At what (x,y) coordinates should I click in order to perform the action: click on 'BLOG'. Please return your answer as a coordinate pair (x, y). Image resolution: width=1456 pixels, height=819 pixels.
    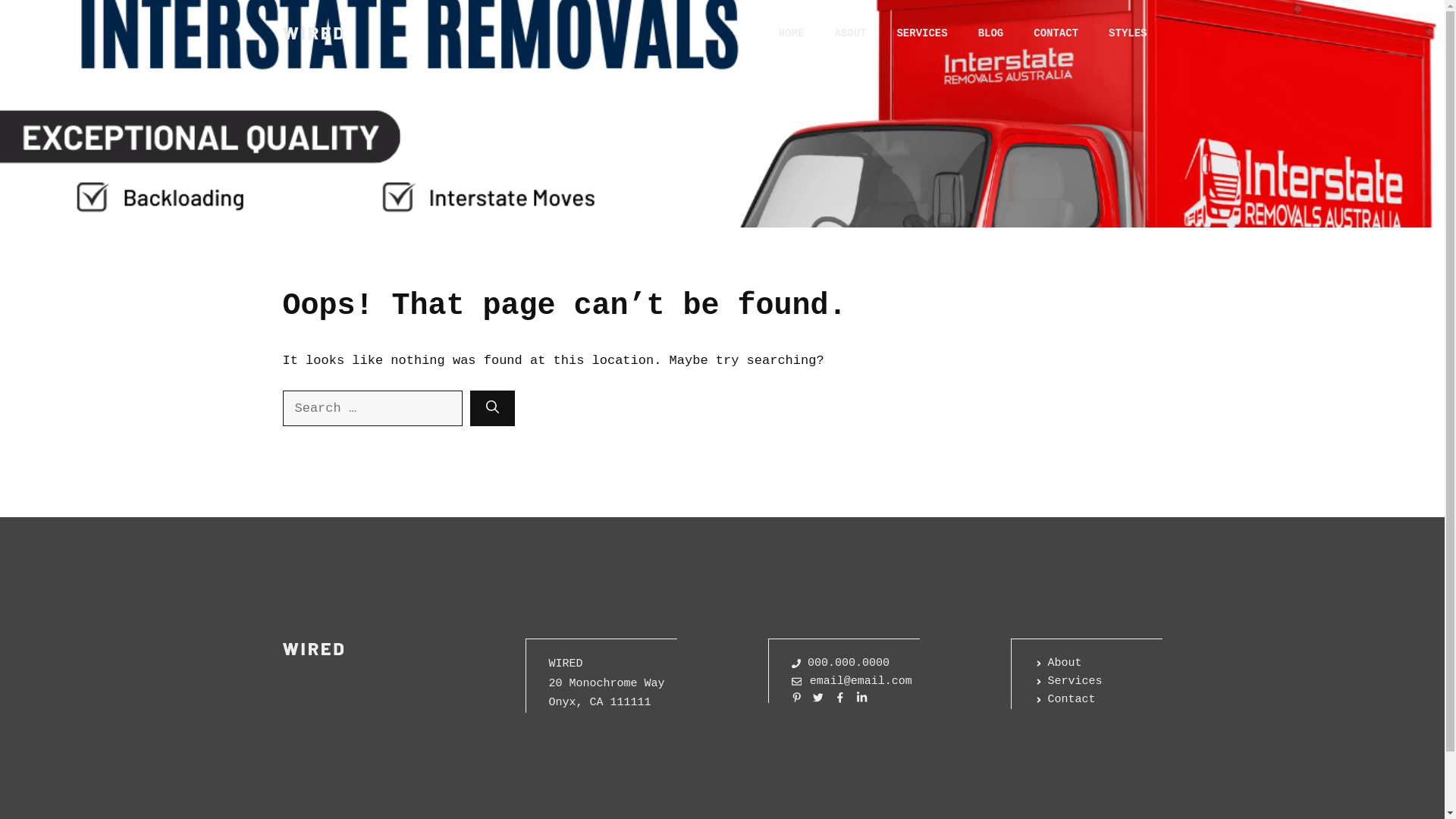
    Looking at the image, I should click on (962, 33).